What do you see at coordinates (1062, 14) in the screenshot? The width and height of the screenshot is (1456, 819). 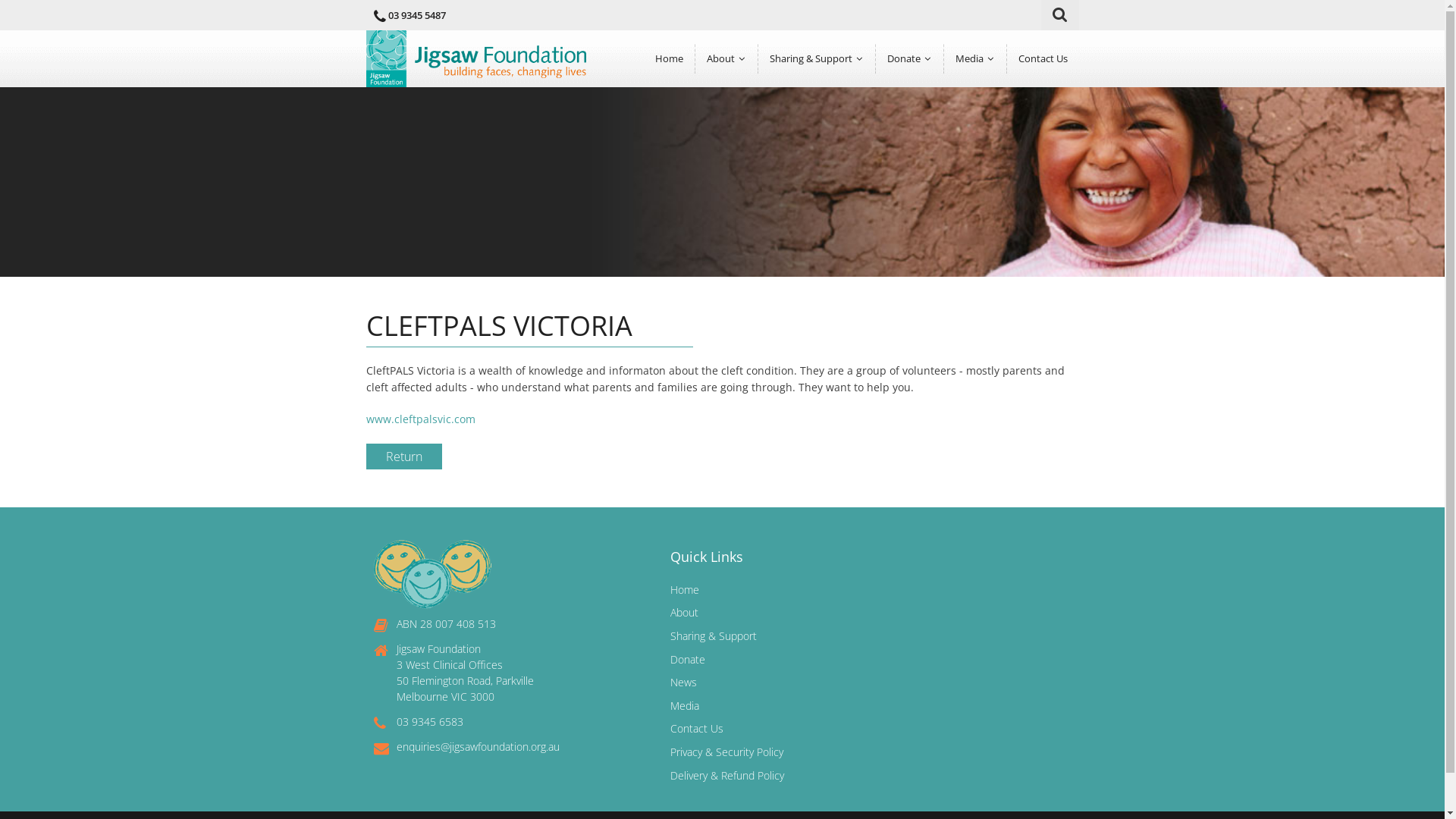 I see `'Search'` at bounding box center [1062, 14].